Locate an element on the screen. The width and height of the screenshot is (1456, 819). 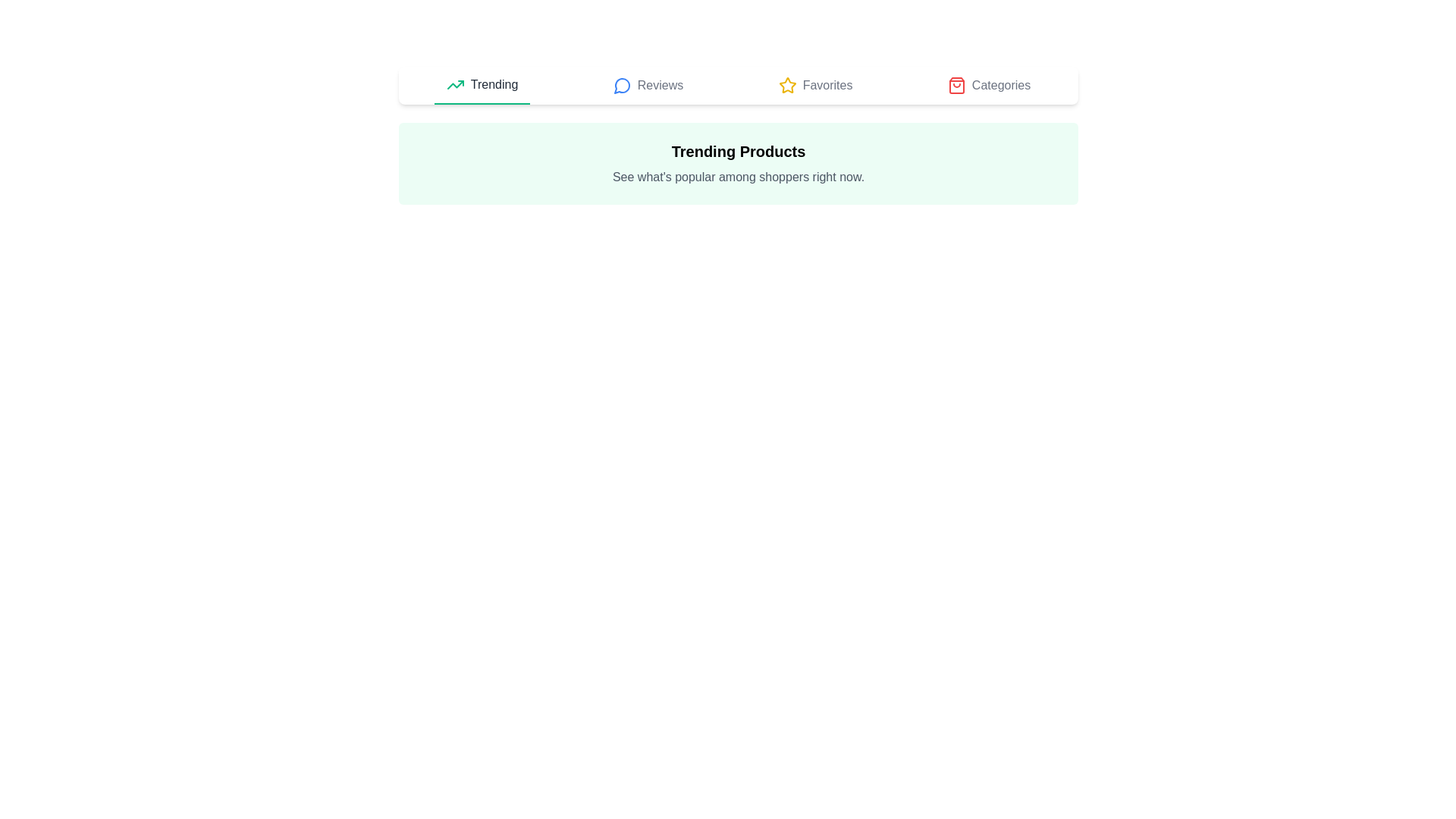
the star-shaped icon with a yellow outline to mark an item as a favorite, located in the 'Favorites' button group on the top navigation bar is located at coordinates (787, 85).